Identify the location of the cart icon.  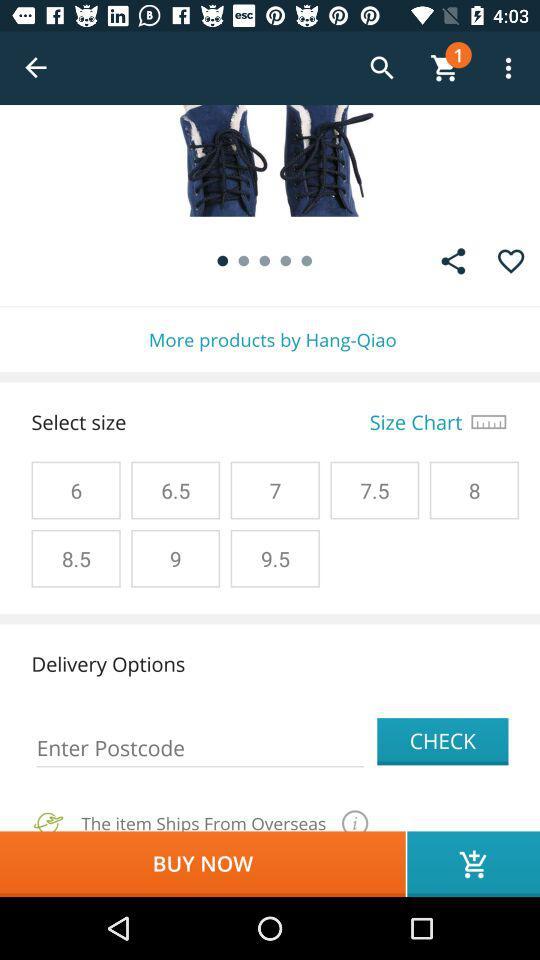
(472, 863).